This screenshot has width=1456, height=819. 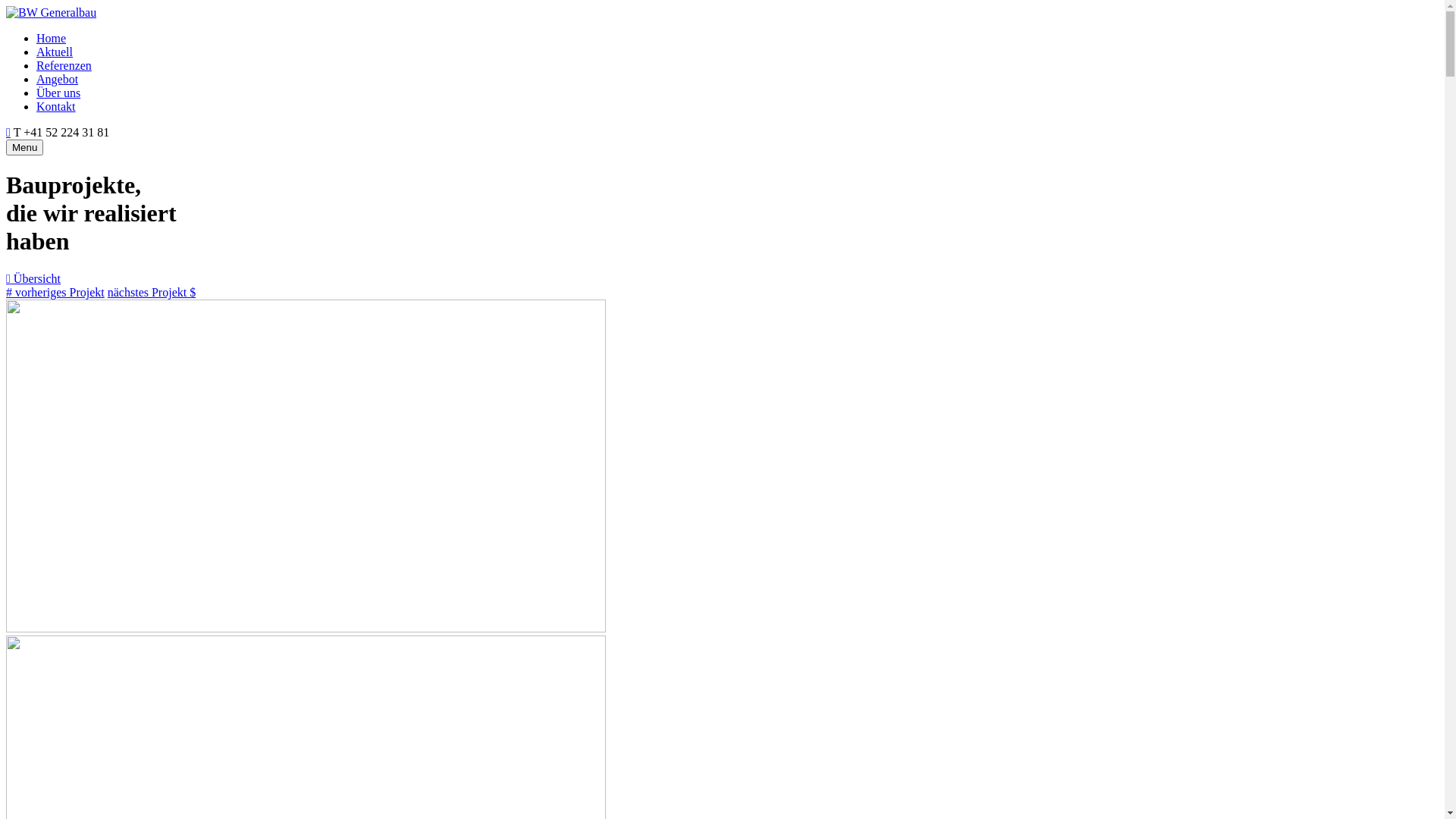 I want to click on 'Menu', so click(x=24, y=147).